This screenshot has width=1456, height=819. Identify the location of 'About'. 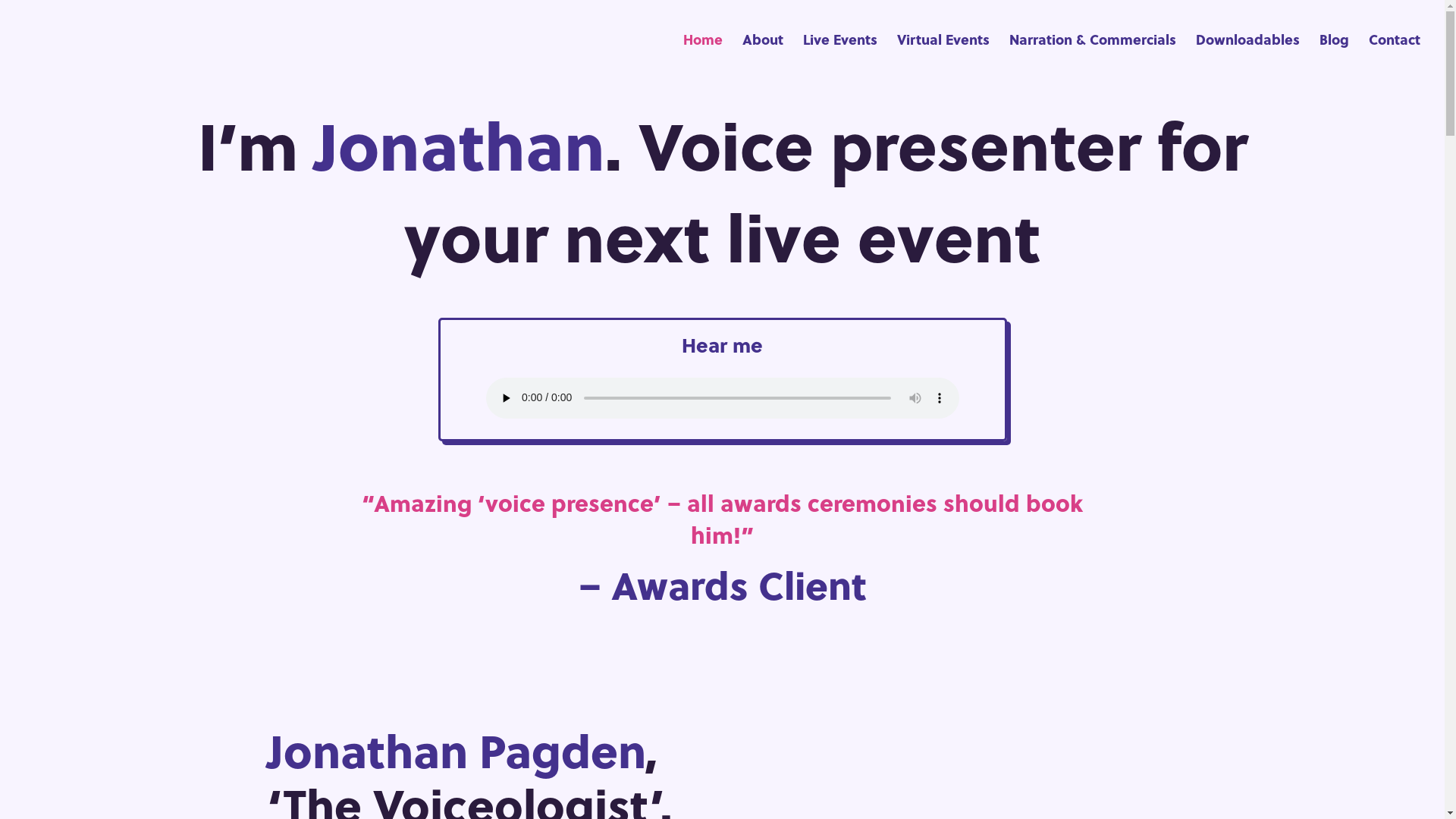
(763, 55).